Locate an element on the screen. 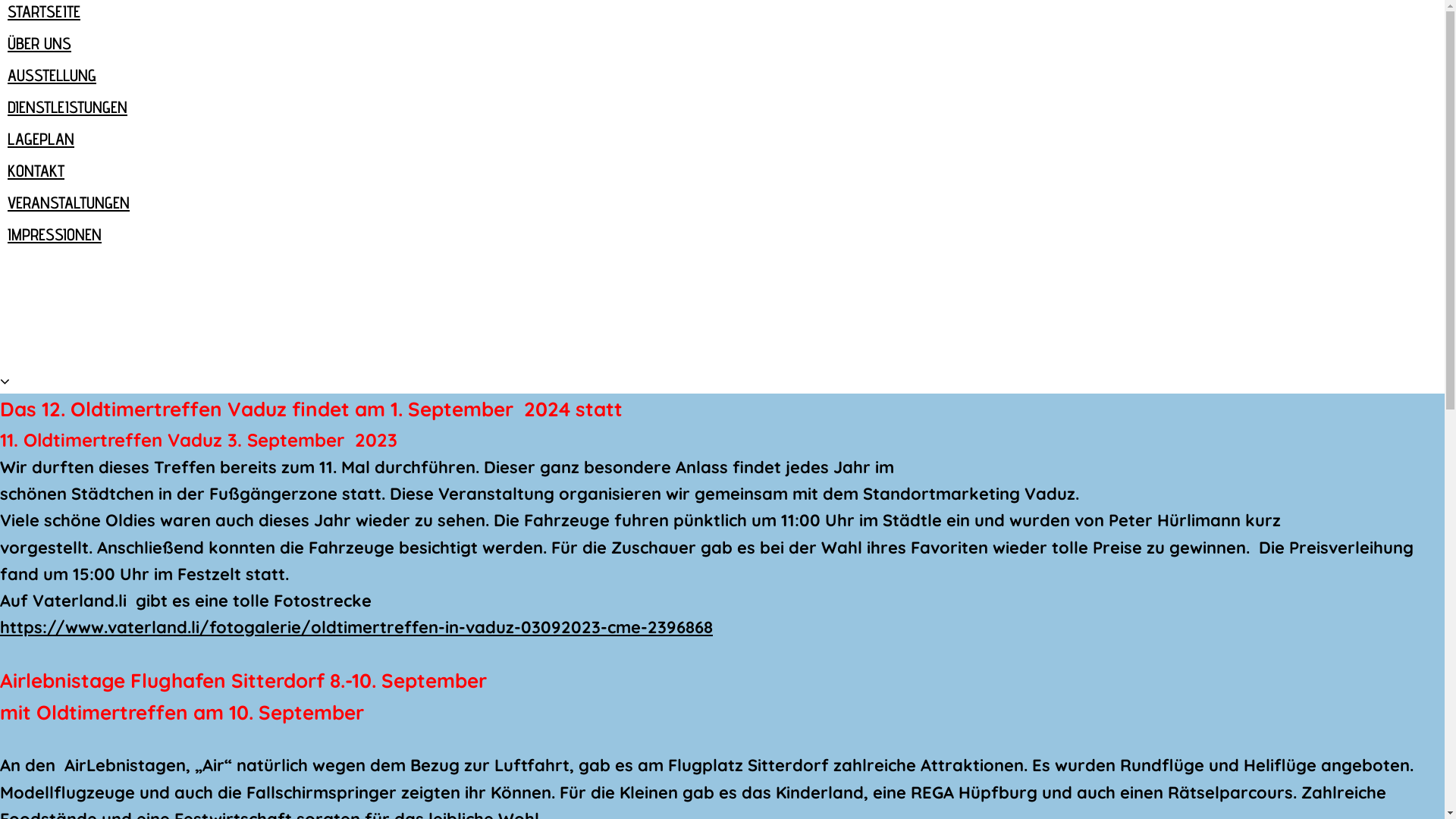 The height and width of the screenshot is (819, 1456). 'LAGEPLAN' is located at coordinates (40, 138).